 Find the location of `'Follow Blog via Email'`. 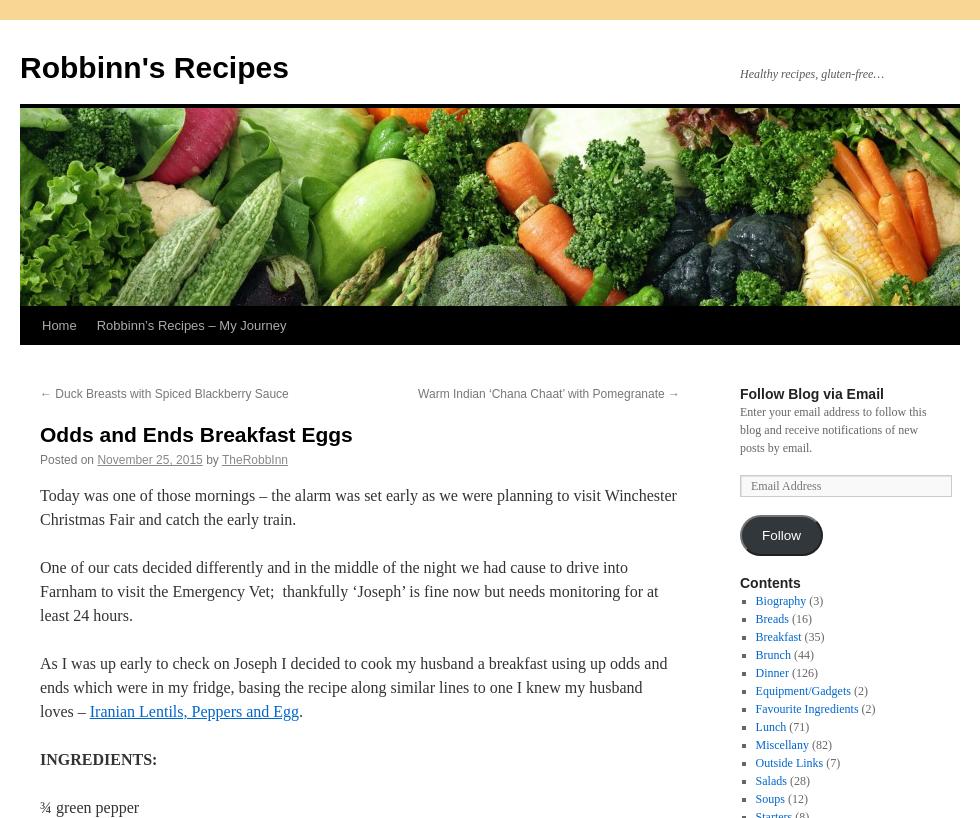

'Follow Blog via Email' is located at coordinates (811, 394).